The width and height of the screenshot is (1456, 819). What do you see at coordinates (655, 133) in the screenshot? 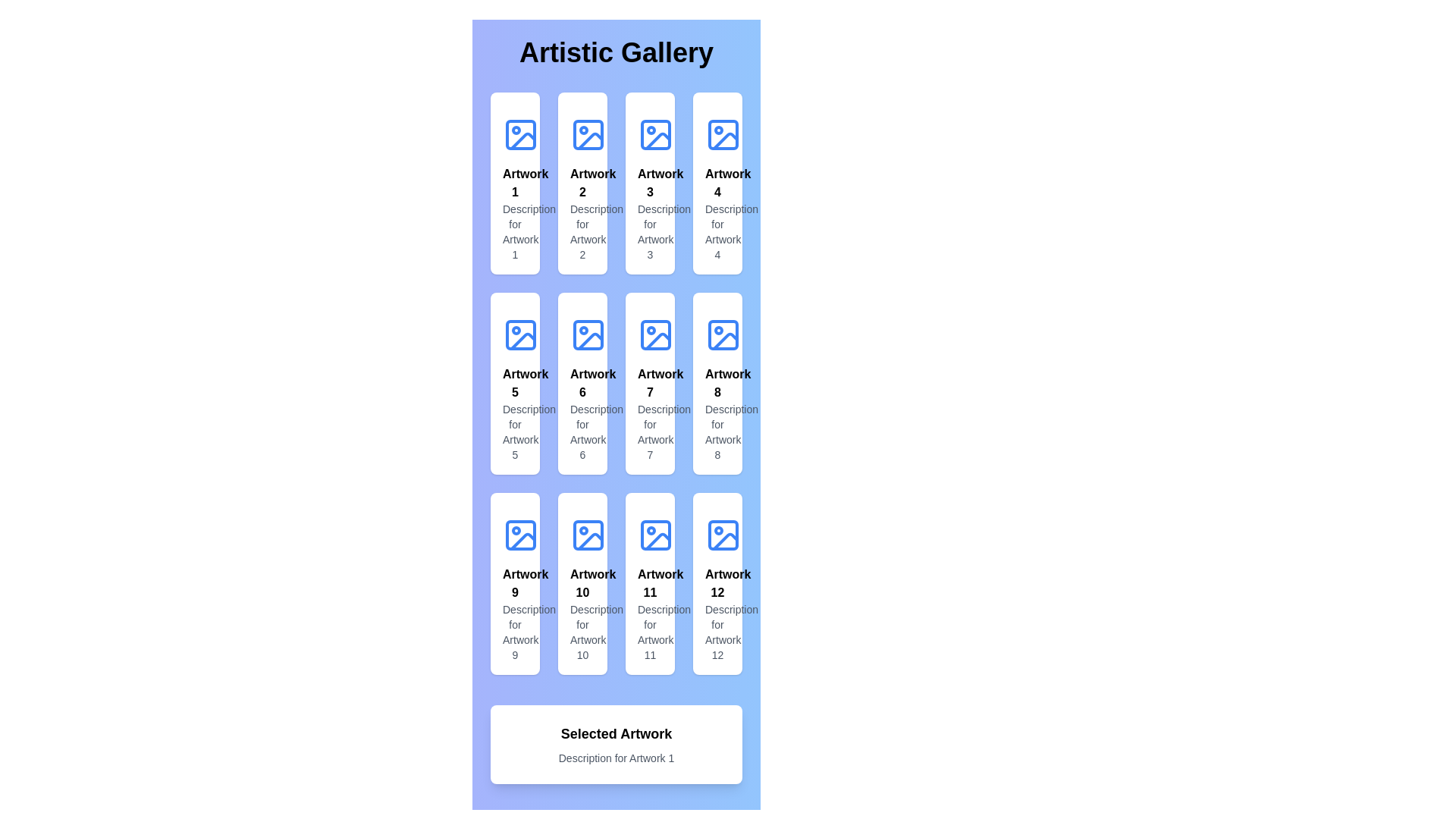
I see `the rounded rectangle icon within the third image icon in the first row of the gallery layout` at bounding box center [655, 133].